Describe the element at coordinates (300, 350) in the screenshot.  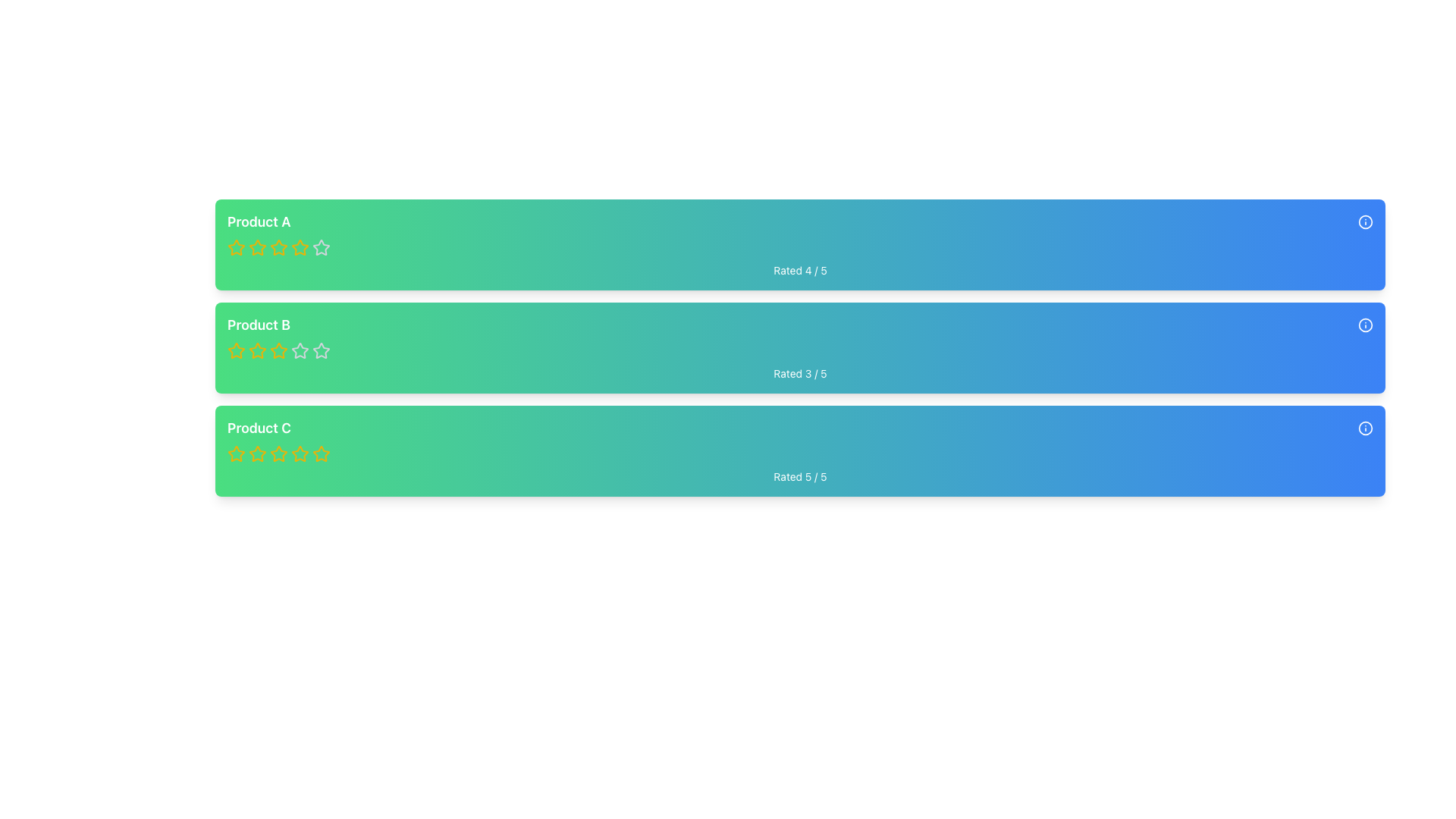
I see `the sixth star icon representing the rating for 'Product B', which is currently in an unselected state` at that location.